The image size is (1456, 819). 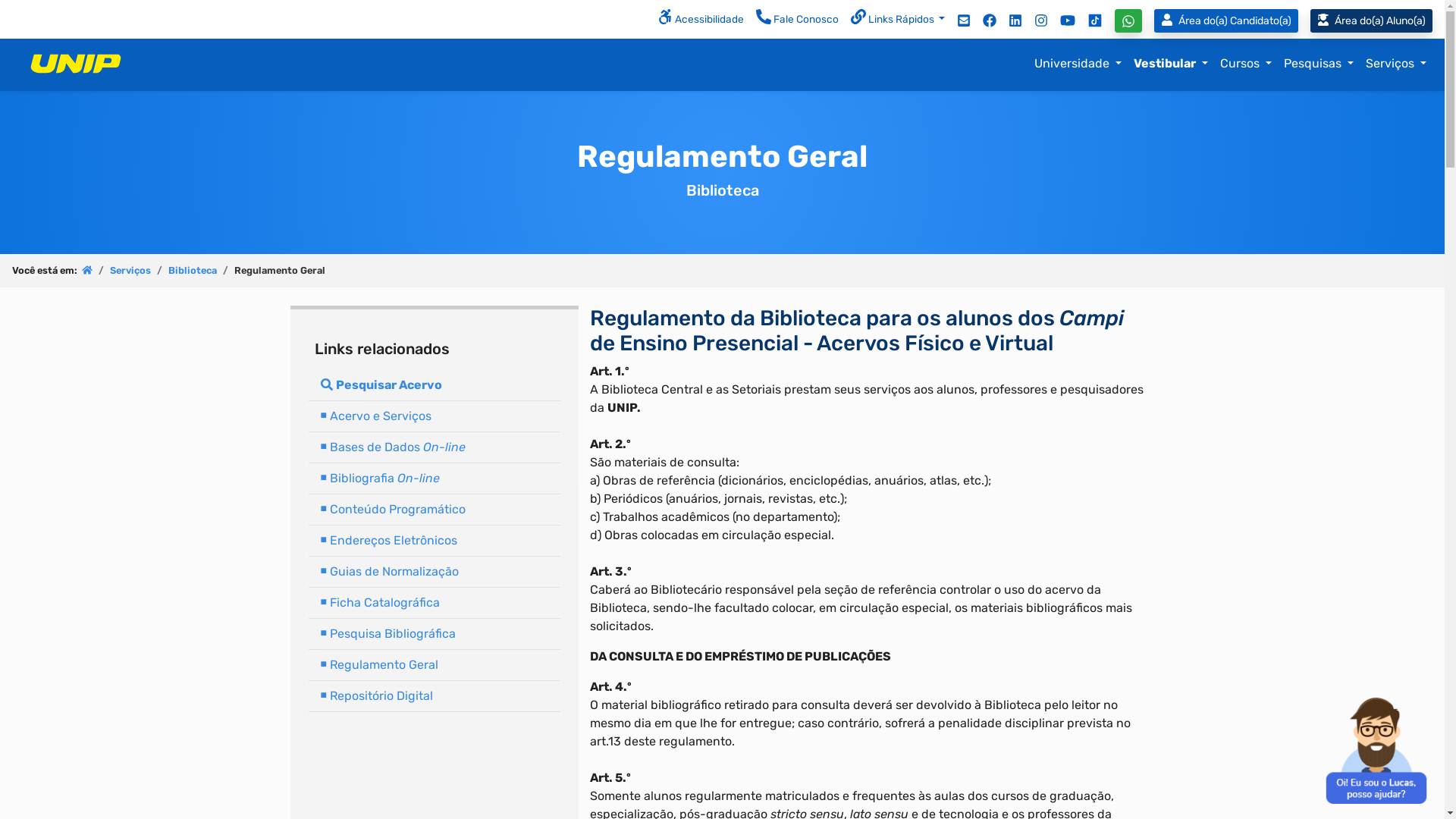 I want to click on 'Siga a UNIP no Instagram', so click(x=1040, y=20).